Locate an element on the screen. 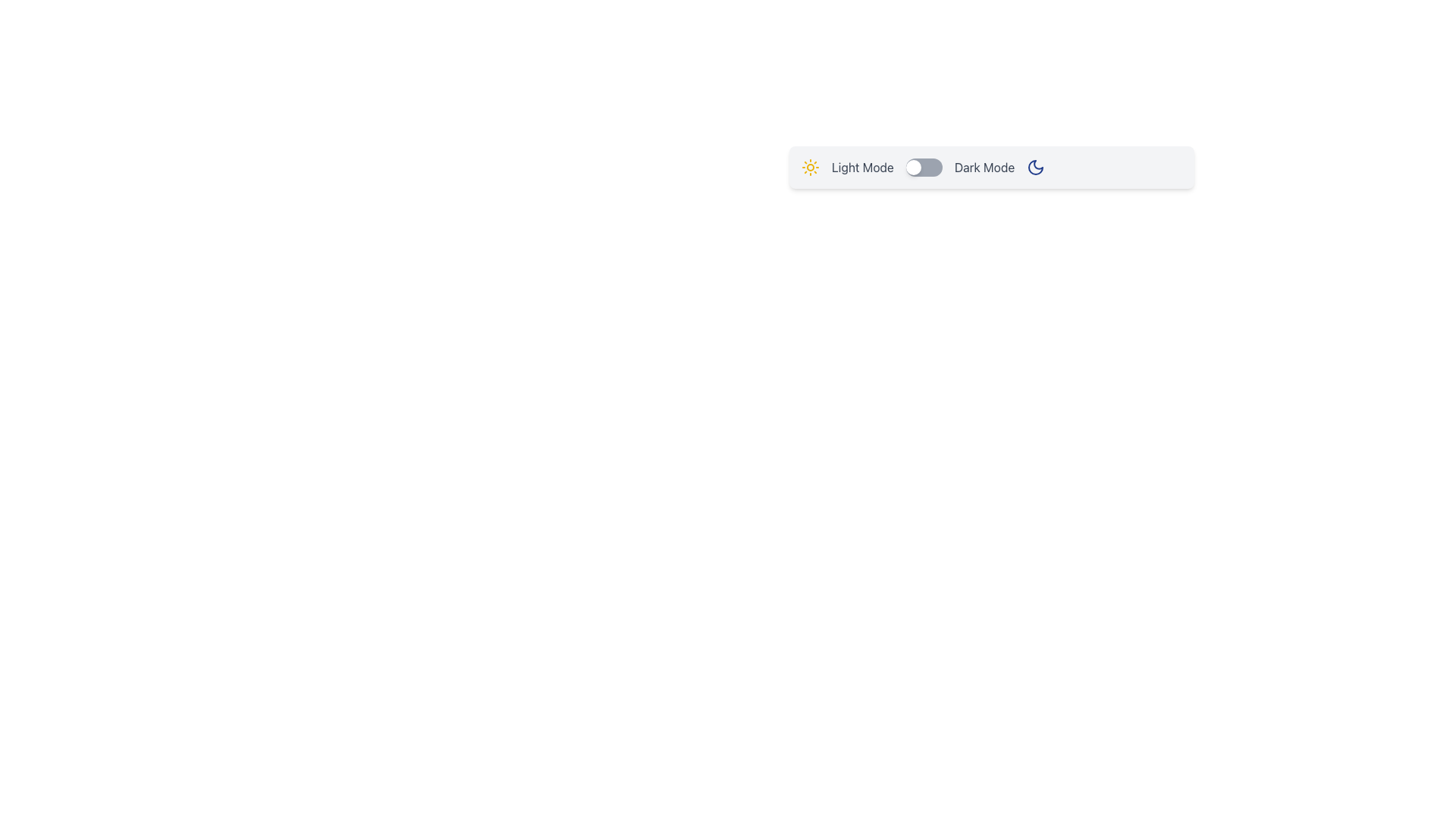 This screenshot has height=819, width=1456. the toggle switch located between the 'Light Mode' and 'Dark Mode' text to change themes from light to dark or vice versa is located at coordinates (922, 167).